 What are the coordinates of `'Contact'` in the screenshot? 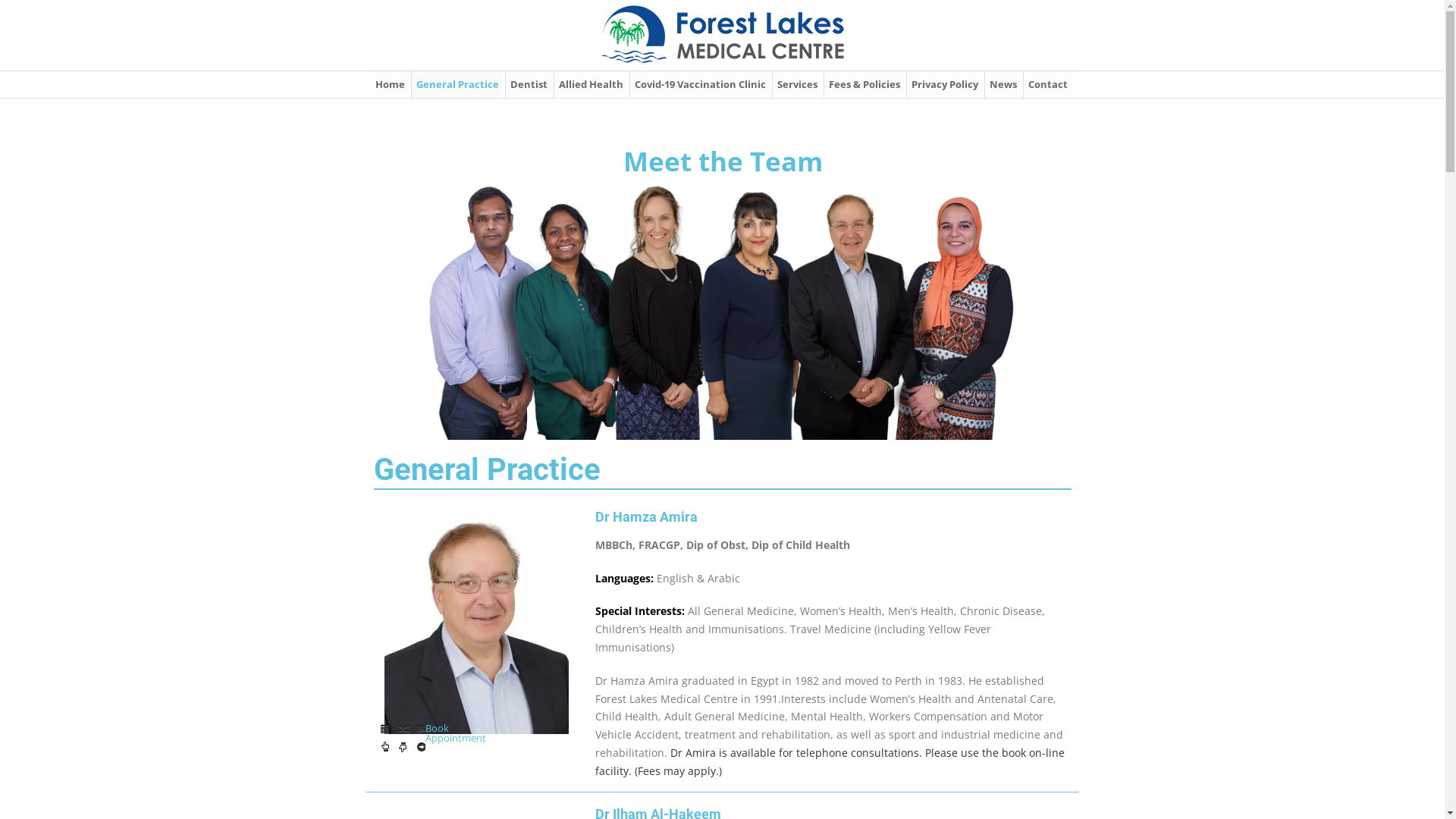 It's located at (1046, 84).